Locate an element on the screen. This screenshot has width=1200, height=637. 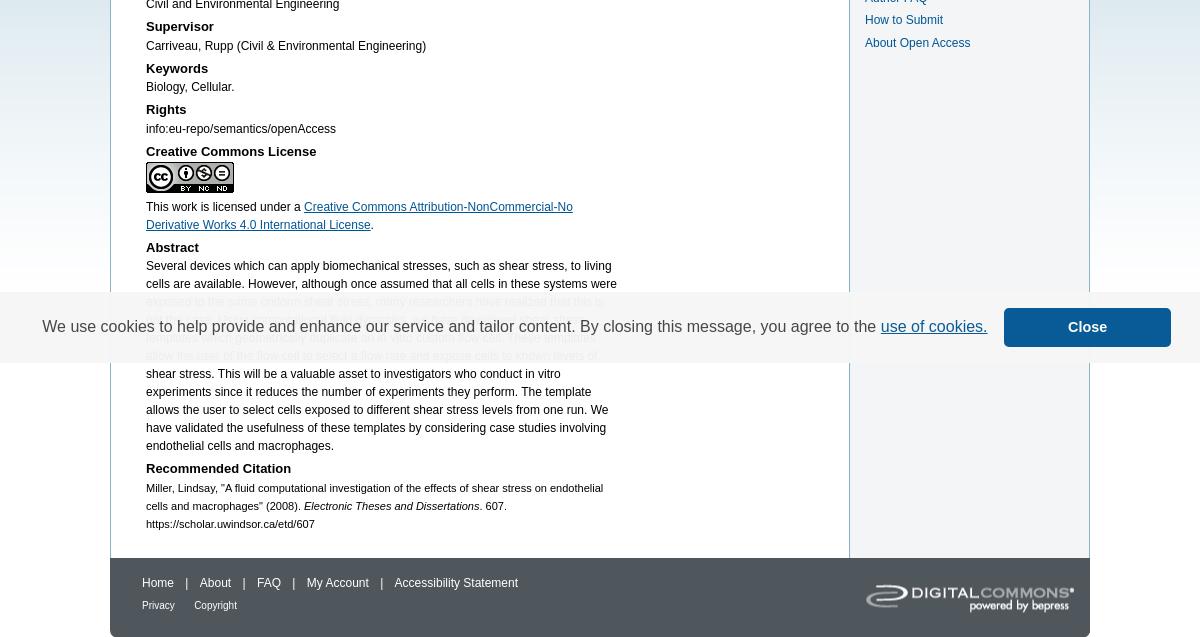
'Recommended Citation' is located at coordinates (217, 468).